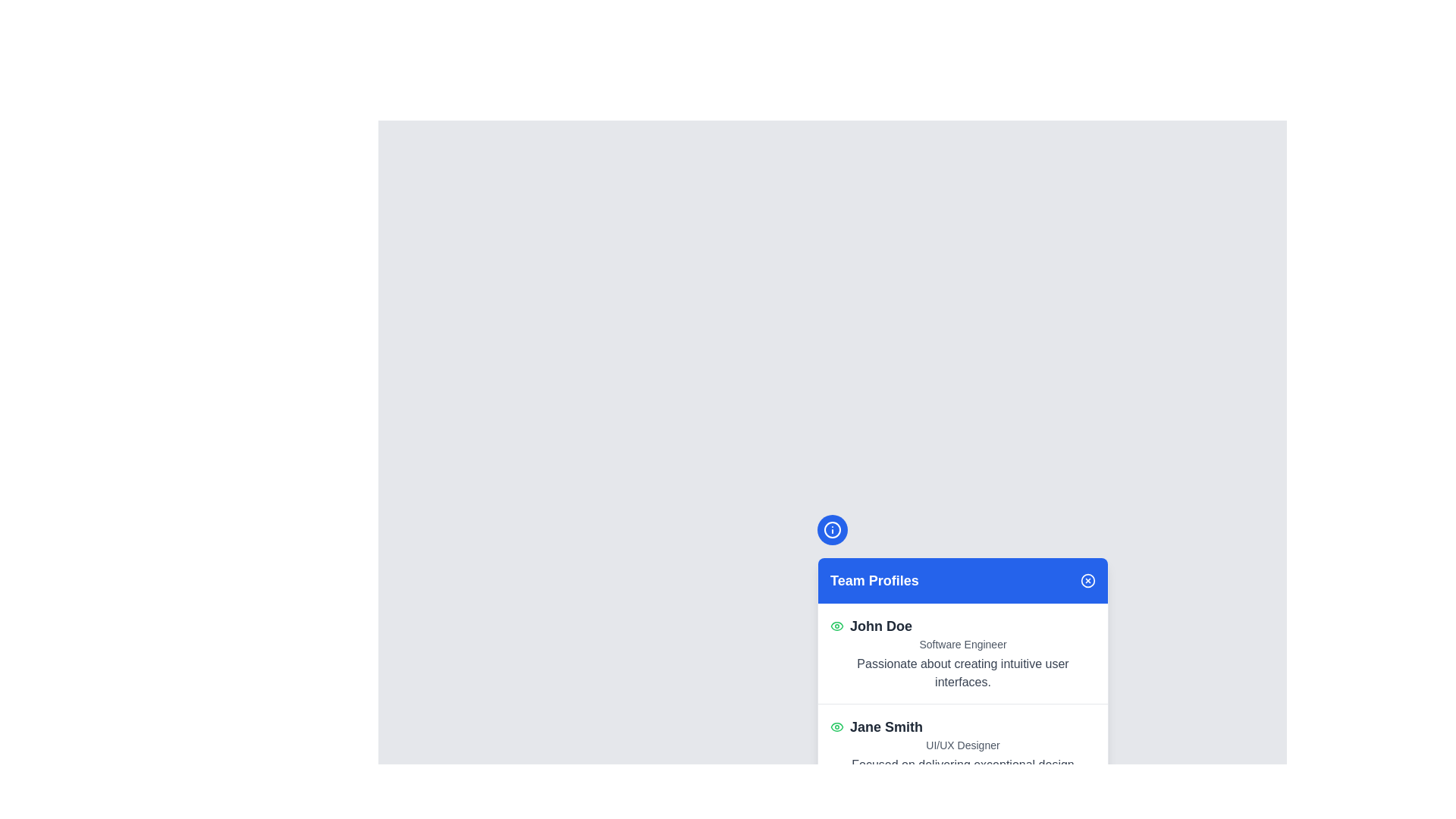  I want to click on the text label displaying the role 'UI/UX Designer' for the individual 'Jane Smith', which is located beneath their name in the 'Team Profiles' section, so click(962, 745).